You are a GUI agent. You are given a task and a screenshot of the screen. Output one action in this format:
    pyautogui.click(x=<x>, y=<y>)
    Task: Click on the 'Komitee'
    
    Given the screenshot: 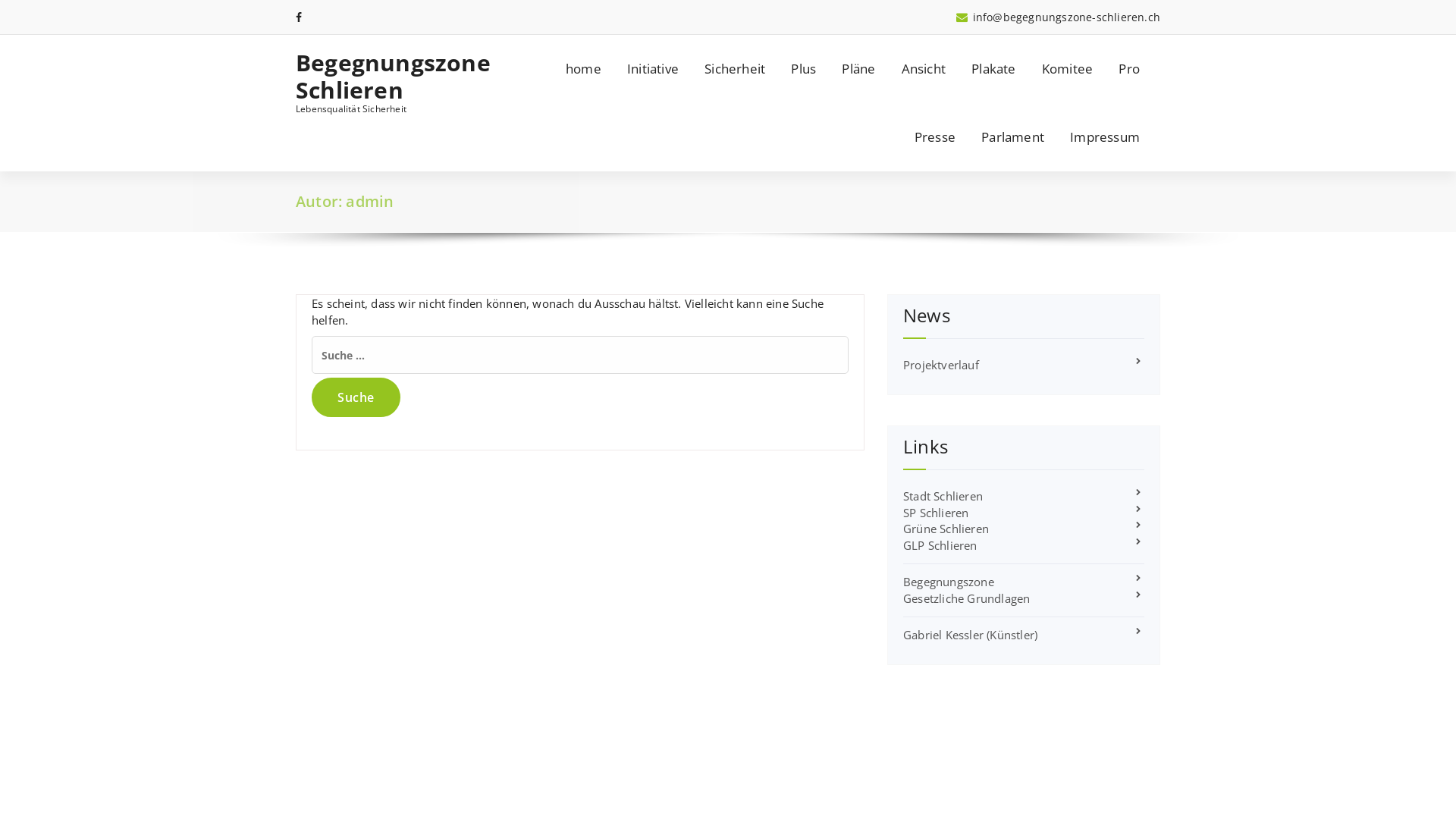 What is the action you would take?
    pyautogui.click(x=1066, y=69)
    